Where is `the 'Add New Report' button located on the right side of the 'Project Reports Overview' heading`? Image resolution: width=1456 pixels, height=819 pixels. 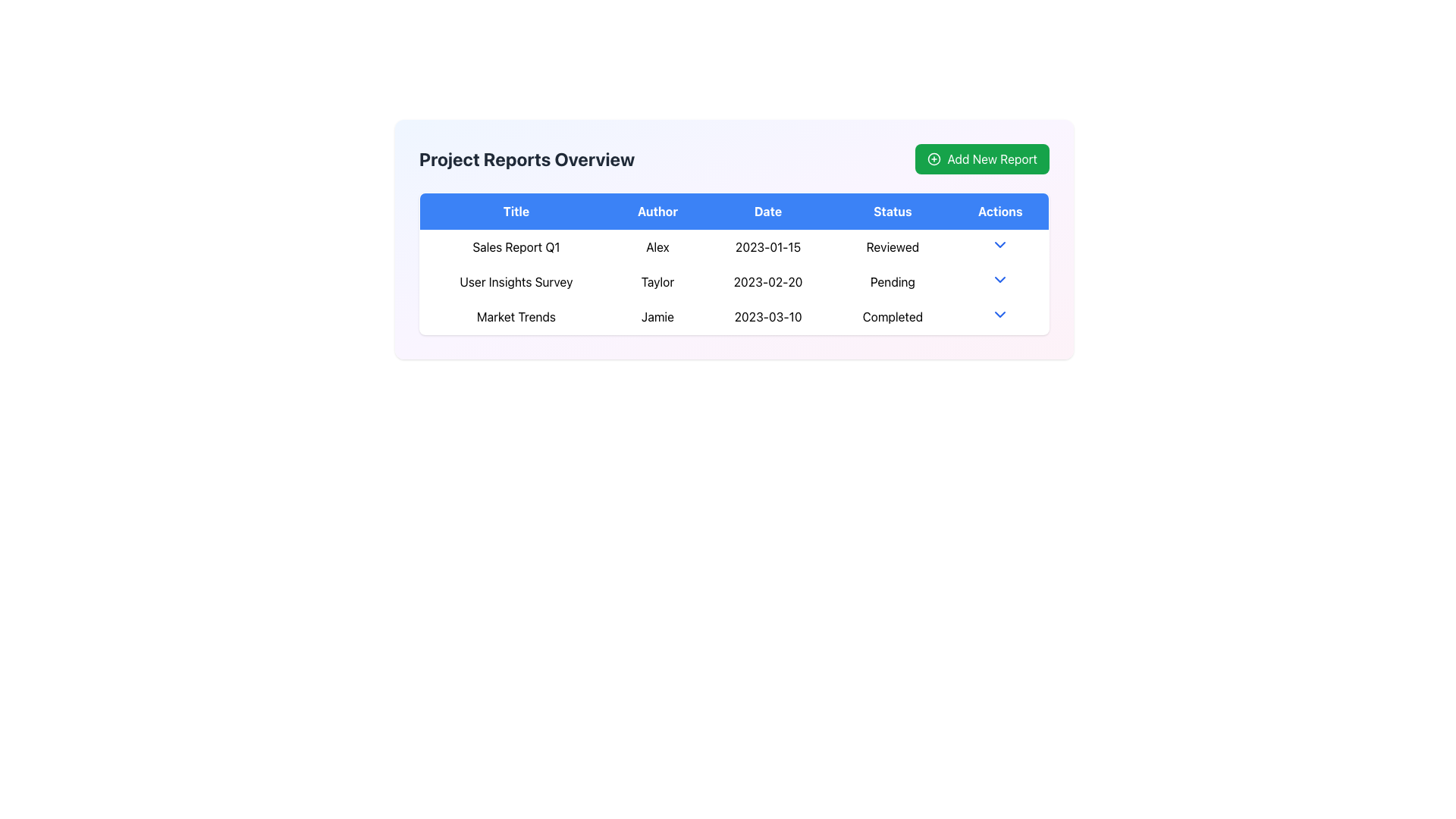
the 'Add New Report' button located on the right side of the 'Project Reports Overview' heading is located at coordinates (982, 158).